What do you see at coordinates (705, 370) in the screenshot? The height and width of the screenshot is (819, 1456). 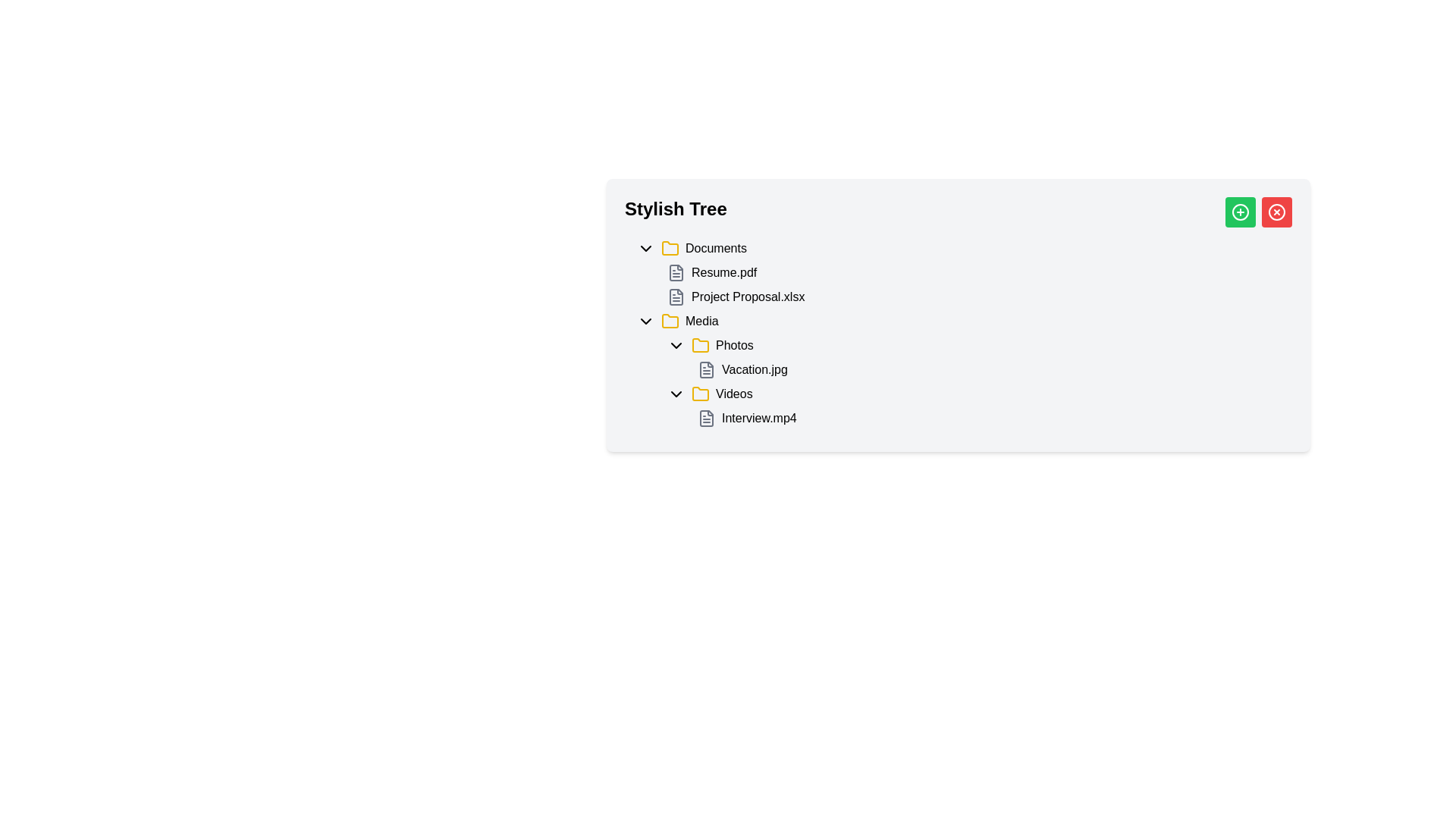 I see `the small gray document icon located to the left of the text 'Vacation.jpg' in the 'Photos' subsection under the 'Media' folder` at bounding box center [705, 370].